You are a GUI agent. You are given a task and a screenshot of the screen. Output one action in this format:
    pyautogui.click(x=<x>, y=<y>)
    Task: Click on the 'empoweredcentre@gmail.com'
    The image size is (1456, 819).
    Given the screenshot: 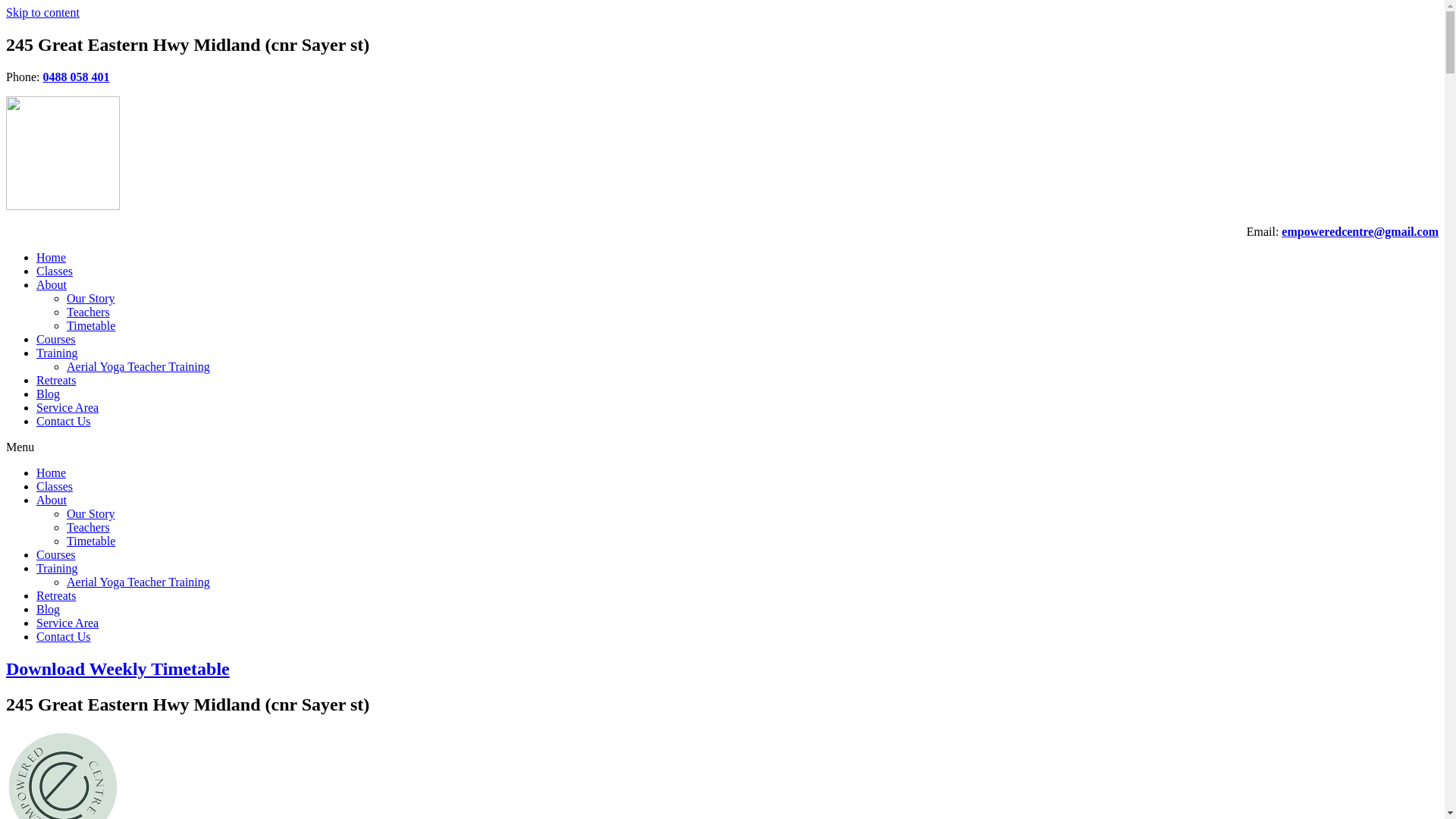 What is the action you would take?
    pyautogui.click(x=1360, y=231)
    